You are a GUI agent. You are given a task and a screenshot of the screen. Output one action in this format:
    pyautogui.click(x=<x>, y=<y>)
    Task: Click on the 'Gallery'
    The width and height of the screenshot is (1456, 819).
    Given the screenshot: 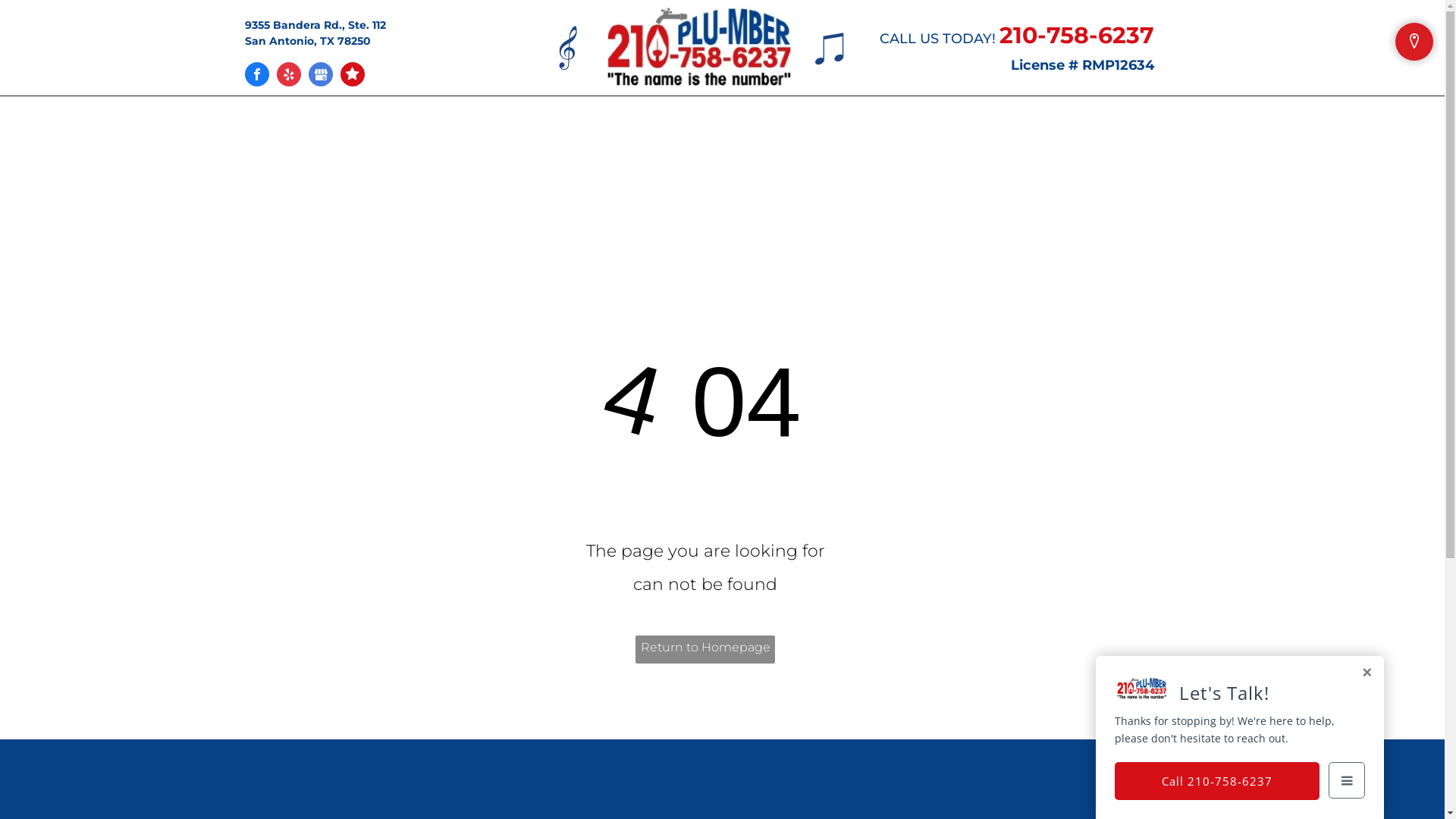 What is the action you would take?
    pyautogui.click(x=880, y=127)
    